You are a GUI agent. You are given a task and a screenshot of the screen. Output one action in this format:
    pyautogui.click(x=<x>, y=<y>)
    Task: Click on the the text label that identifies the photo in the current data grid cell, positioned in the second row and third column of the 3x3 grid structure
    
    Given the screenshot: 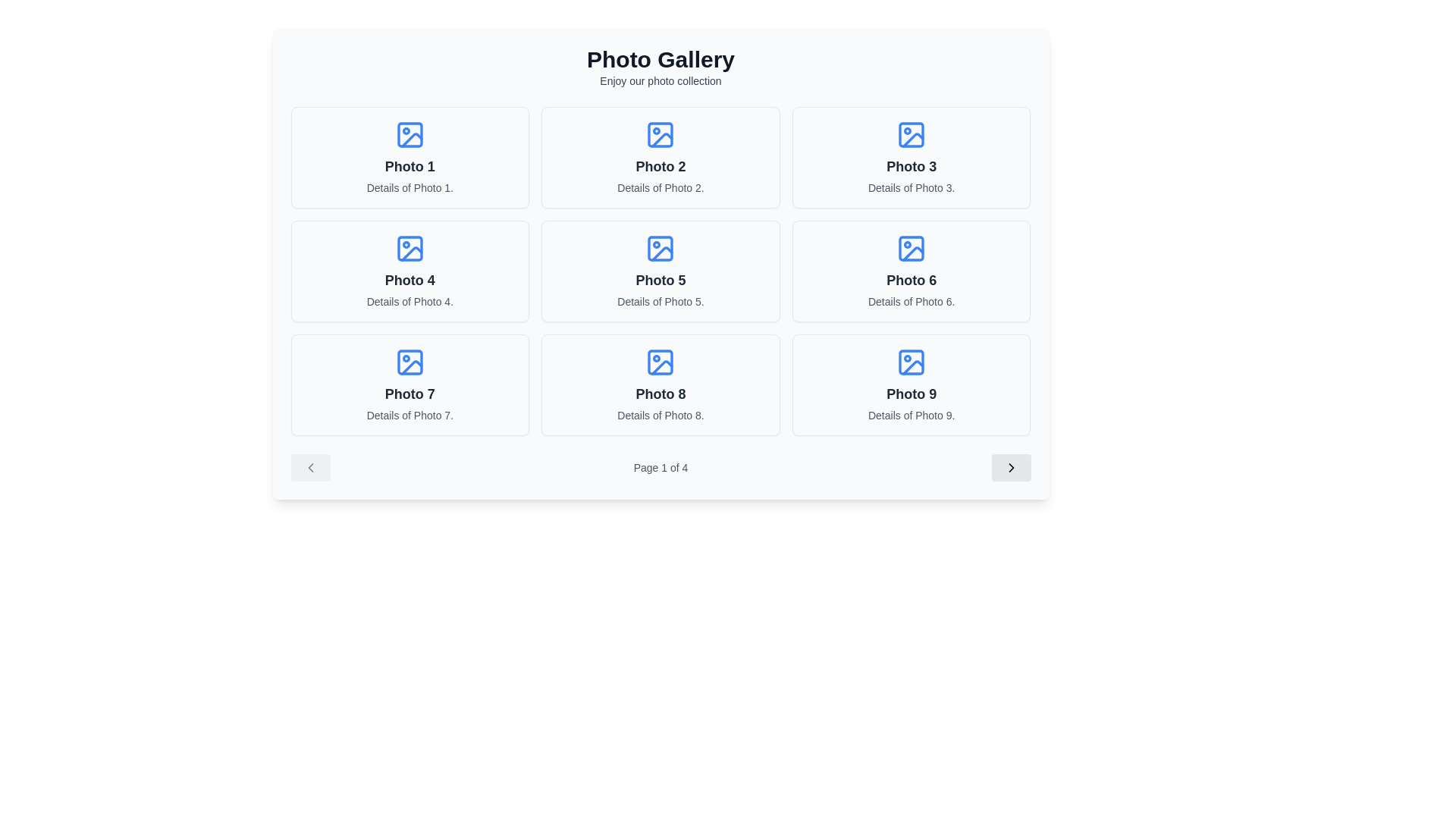 What is the action you would take?
    pyautogui.click(x=911, y=281)
    